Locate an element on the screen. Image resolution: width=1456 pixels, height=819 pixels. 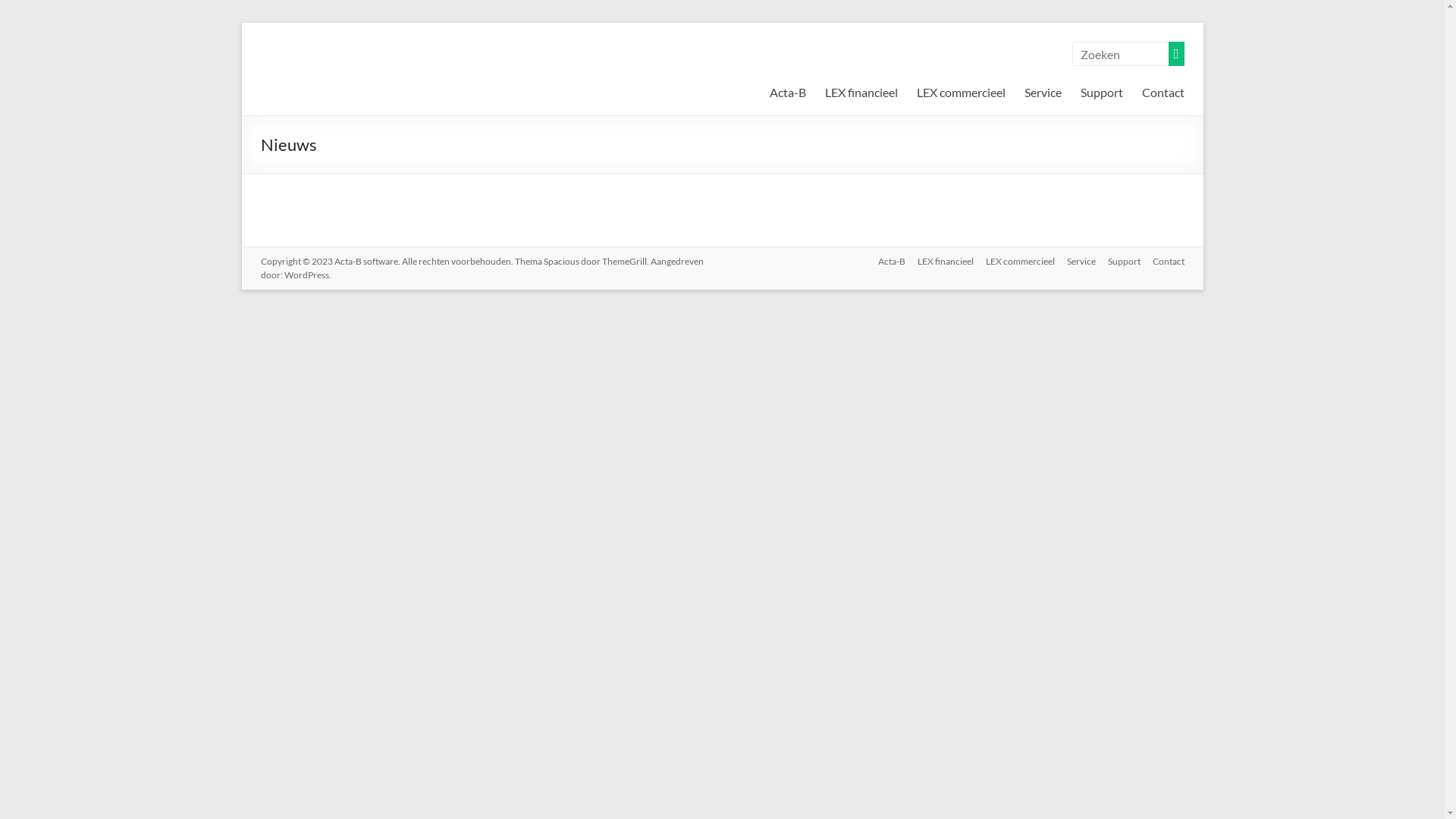
'Spacious' is located at coordinates (560, 260).